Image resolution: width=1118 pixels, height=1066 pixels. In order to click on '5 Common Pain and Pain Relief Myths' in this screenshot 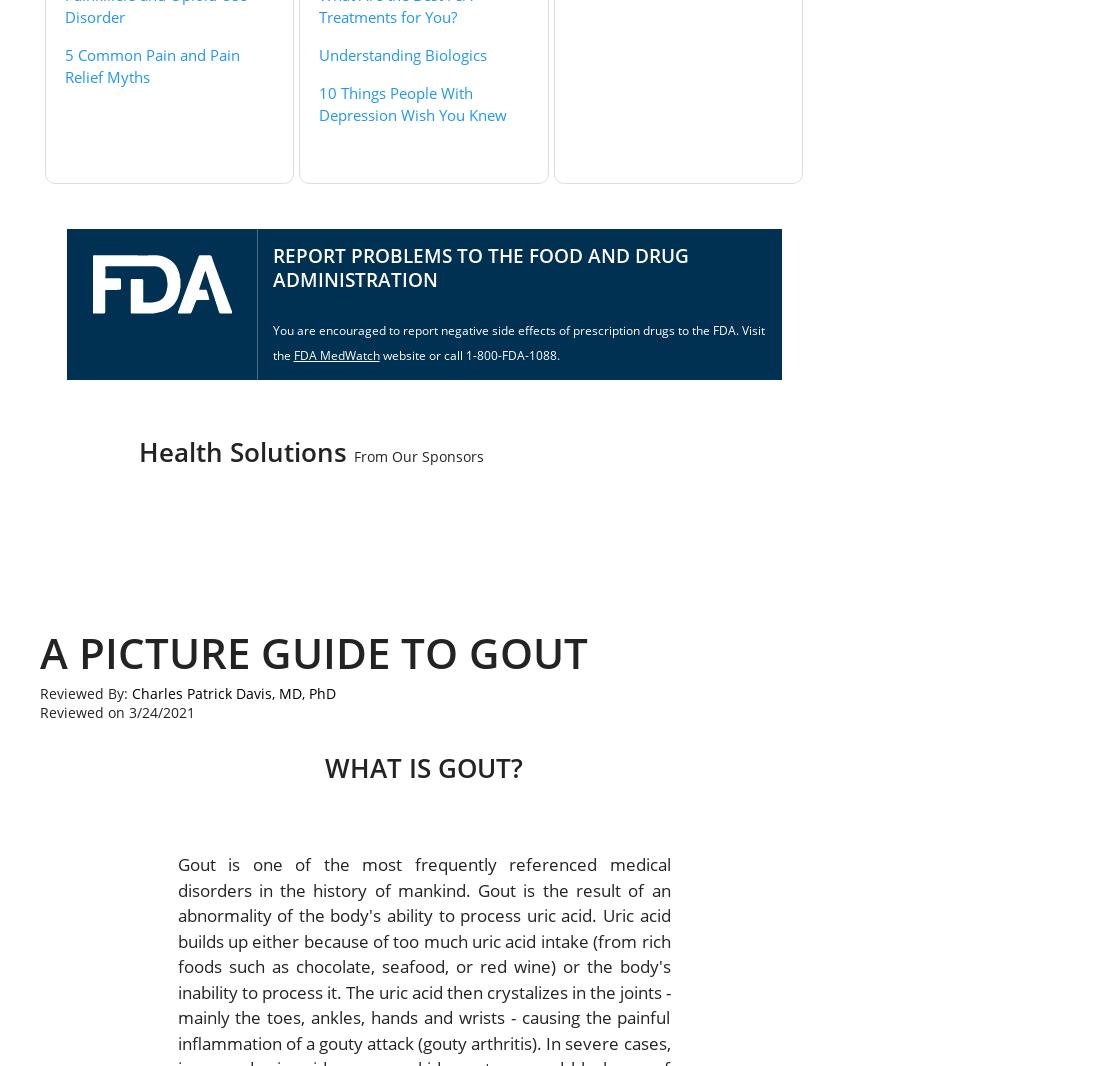, I will do `click(152, 64)`.